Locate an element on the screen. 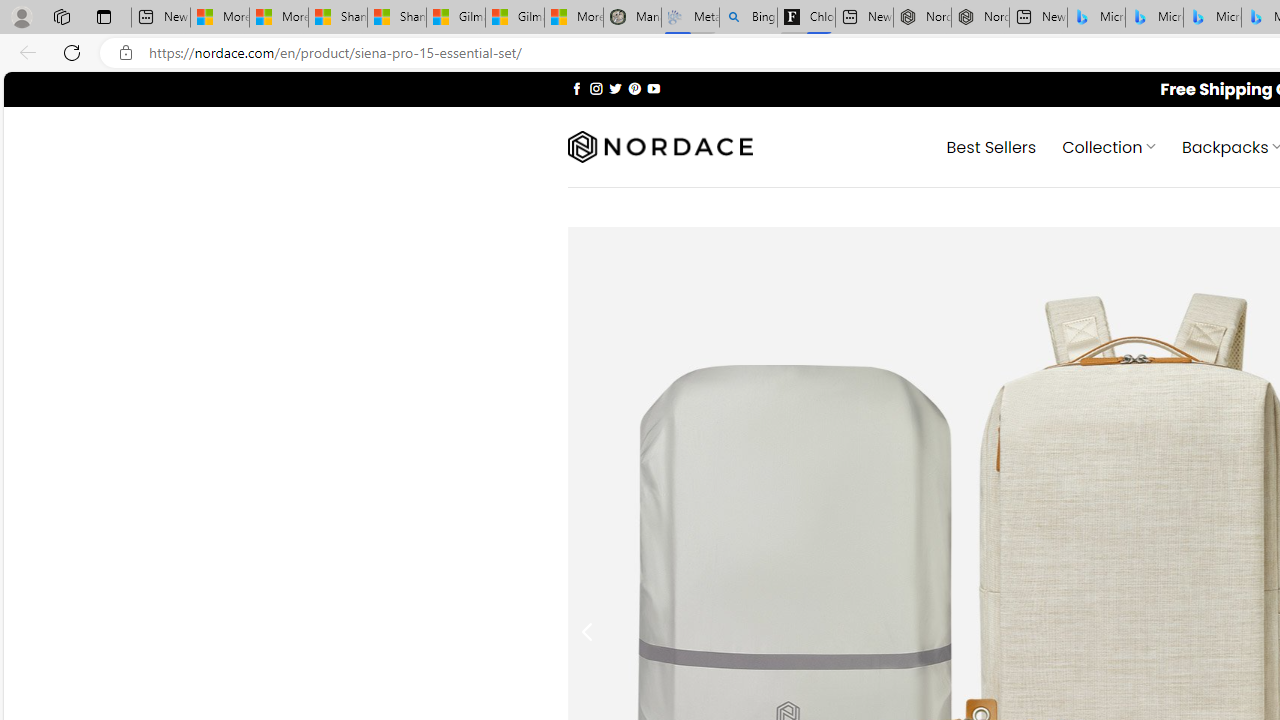 Image resolution: width=1280 pixels, height=720 pixels. ' Best Sellers' is located at coordinates (991, 145).